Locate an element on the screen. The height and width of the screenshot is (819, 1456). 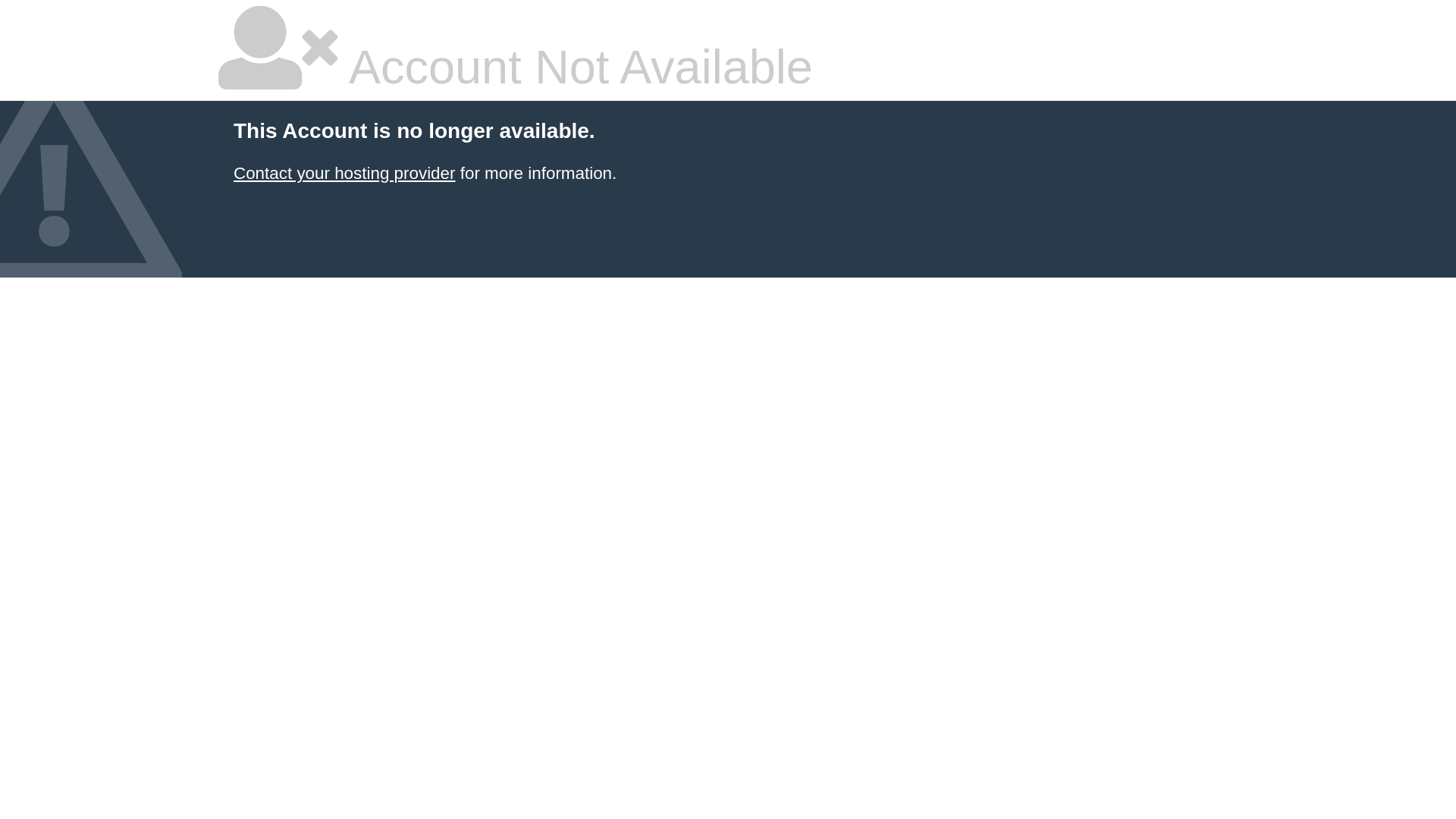
'Contact your hosting provider' is located at coordinates (344, 172).